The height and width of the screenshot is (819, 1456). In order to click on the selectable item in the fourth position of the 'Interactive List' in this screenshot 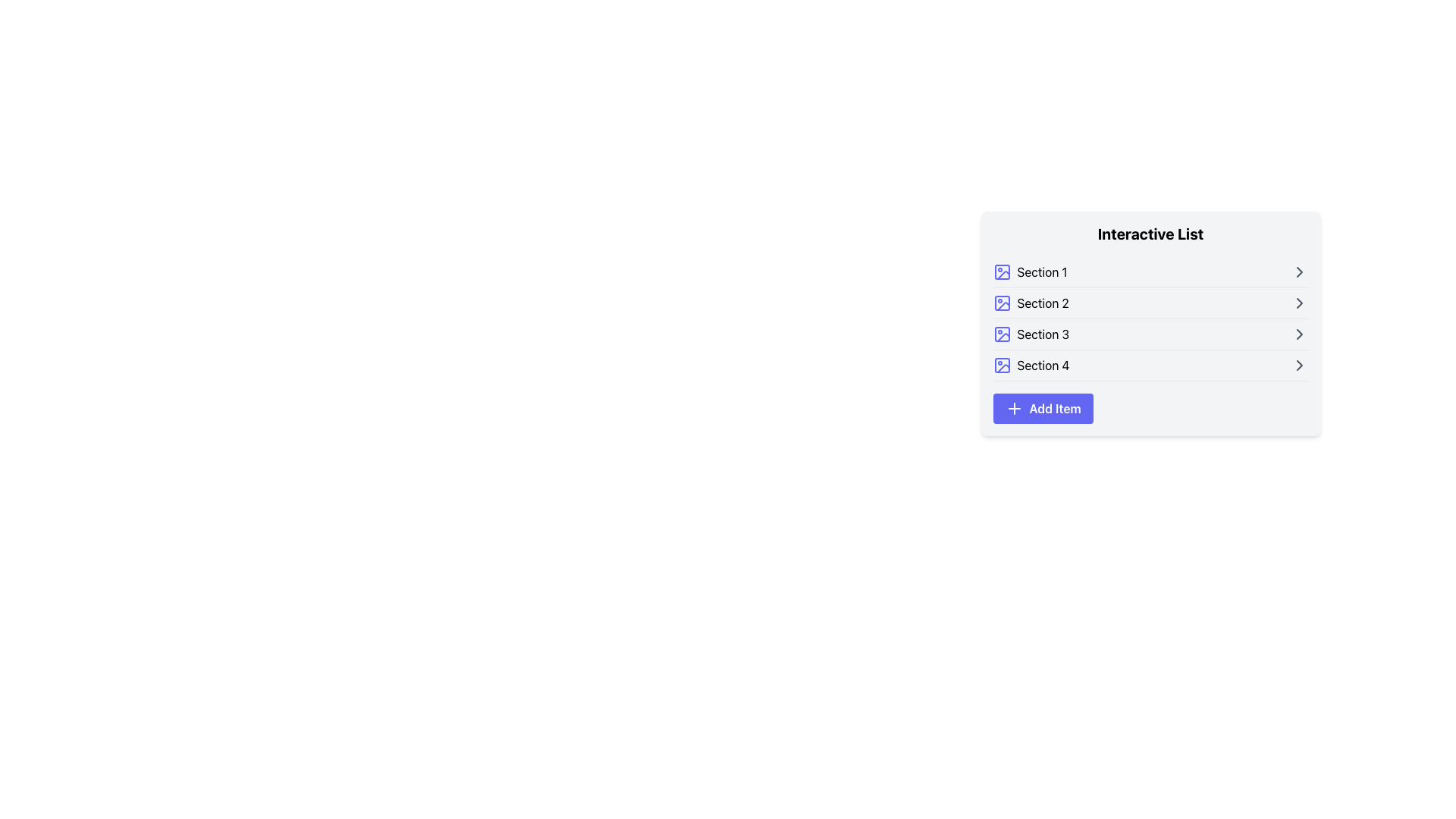, I will do `click(1150, 366)`.